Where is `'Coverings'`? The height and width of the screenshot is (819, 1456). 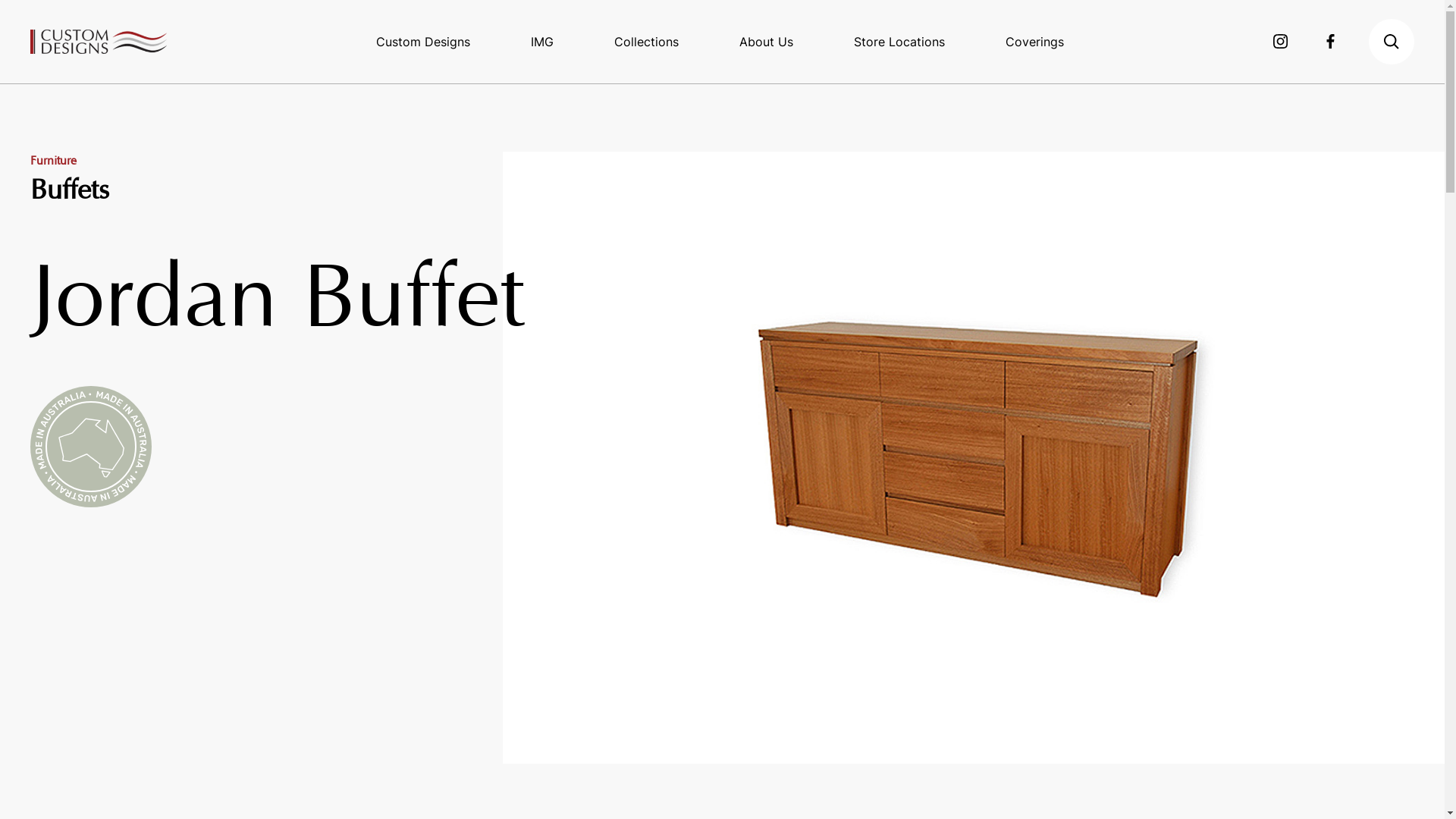 'Coverings' is located at coordinates (1034, 40).